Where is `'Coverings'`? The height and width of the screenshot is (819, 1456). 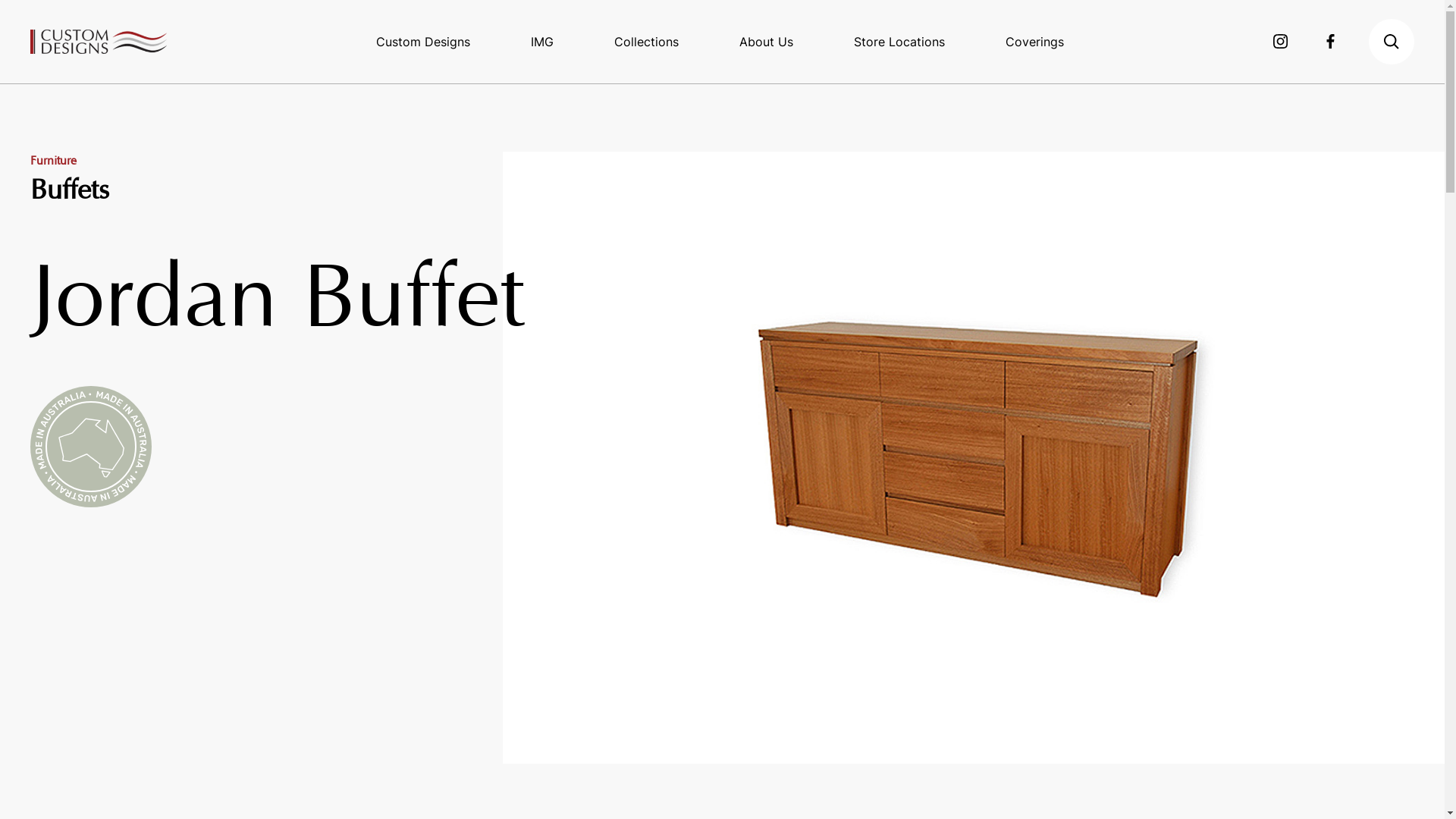 'Coverings' is located at coordinates (1034, 40).